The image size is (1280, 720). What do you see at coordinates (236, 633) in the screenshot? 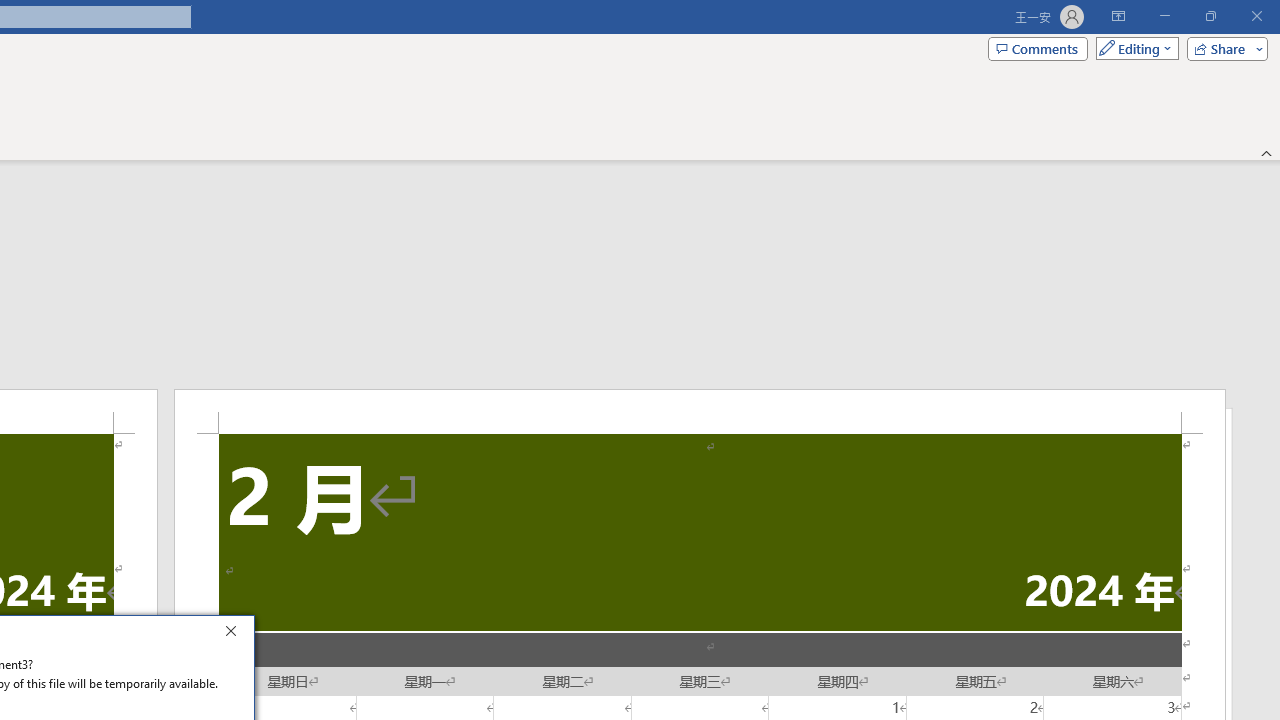
I see `'Close'` at bounding box center [236, 633].